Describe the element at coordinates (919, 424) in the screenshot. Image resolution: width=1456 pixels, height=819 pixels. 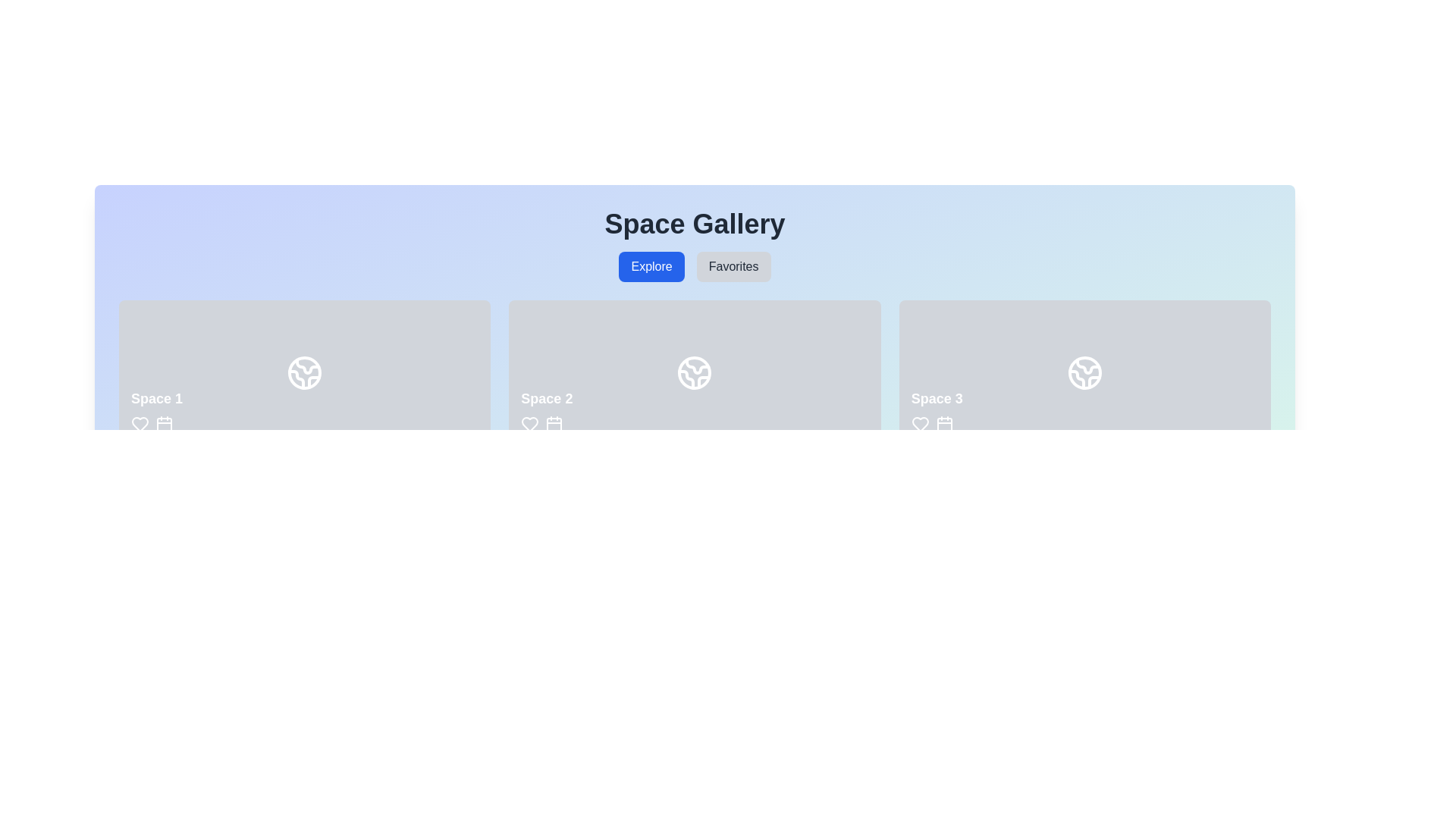
I see `the heart icon located in the bottom-left corner of the 'Space 3' card to mark it as a favorite` at that location.